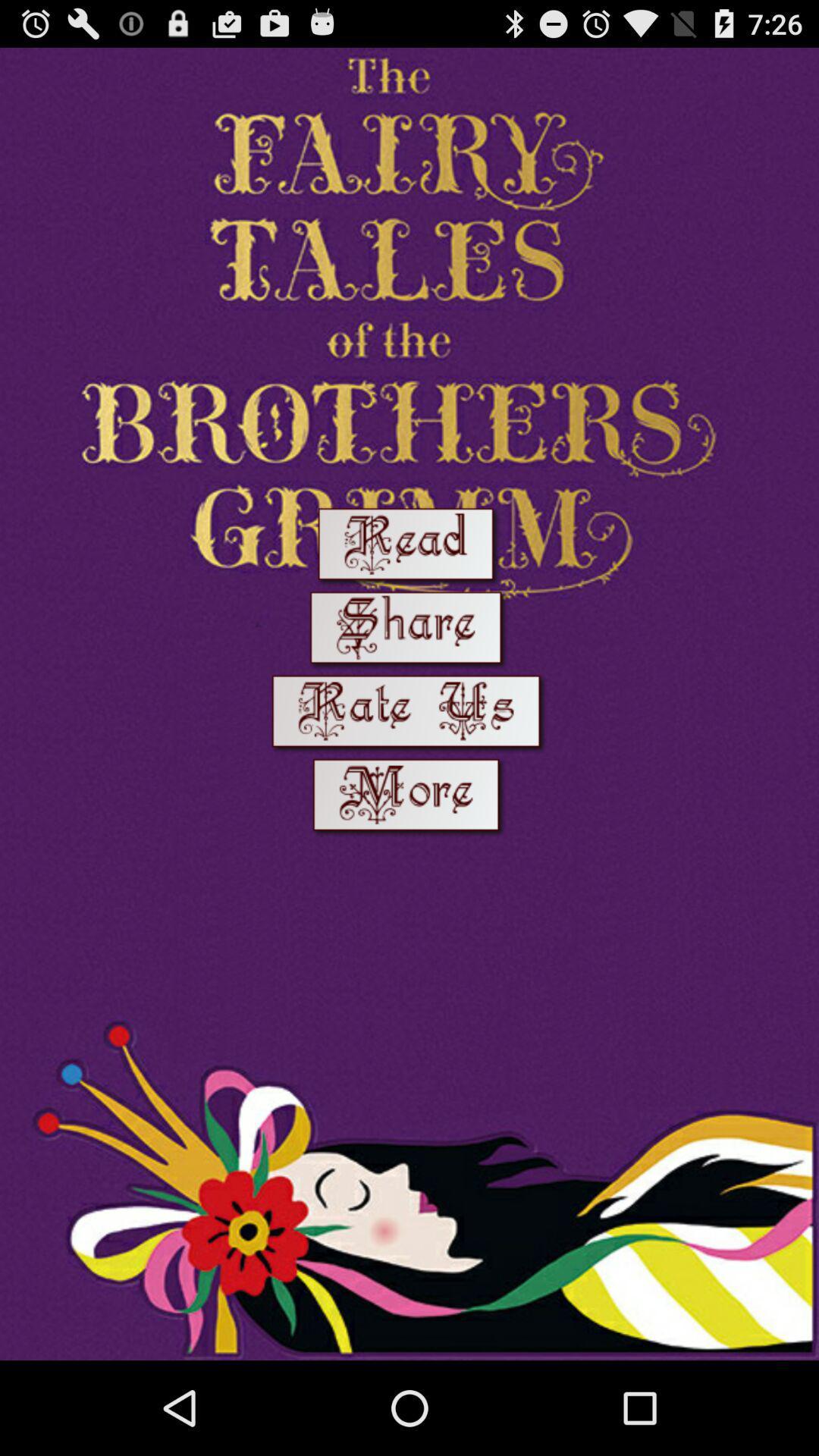 This screenshot has height=1456, width=819. Describe the element at coordinates (409, 797) in the screenshot. I see `read more` at that location.